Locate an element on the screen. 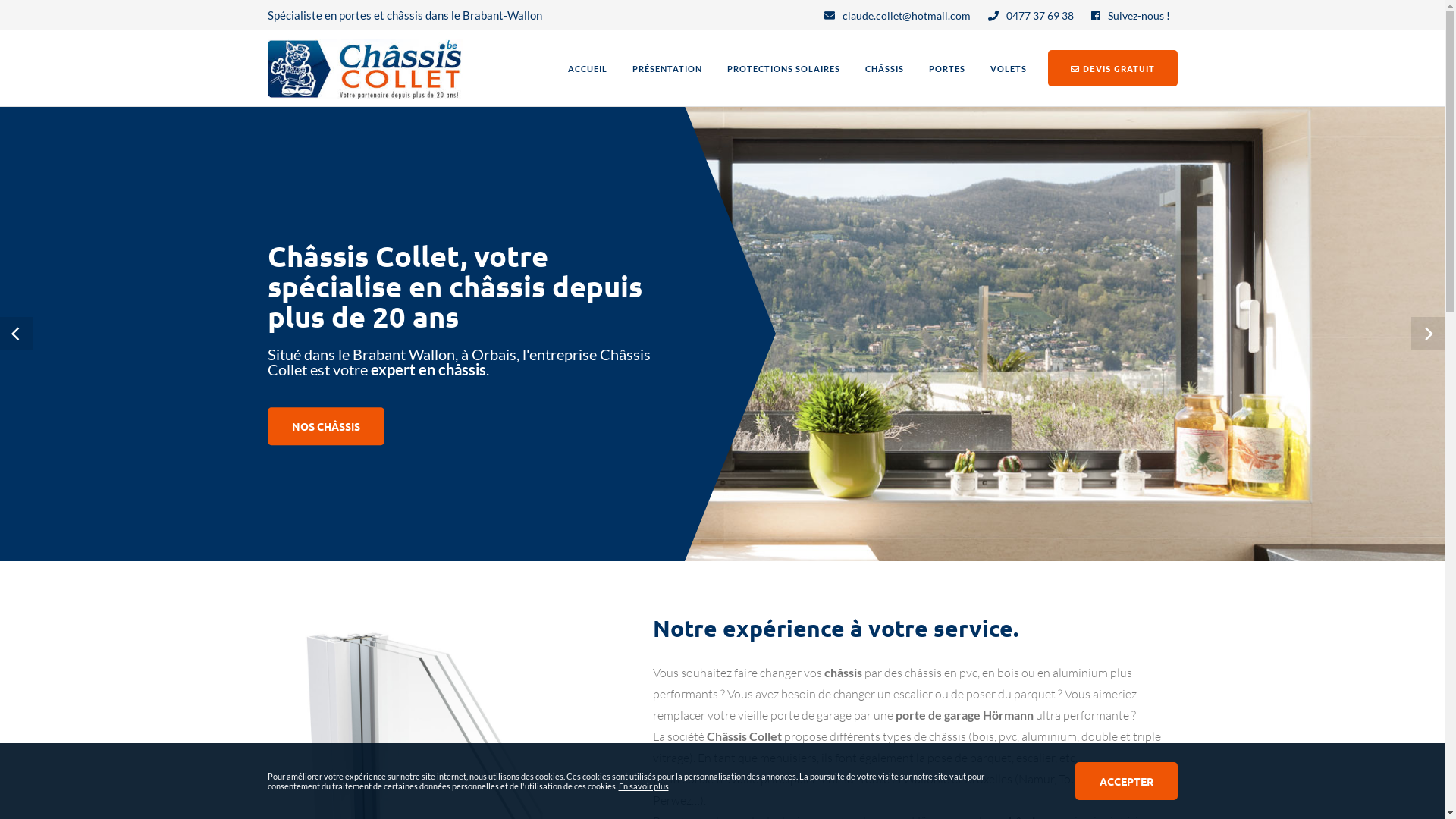 The width and height of the screenshot is (1456, 819). 'ACCUEIL' is located at coordinates (556, 69).